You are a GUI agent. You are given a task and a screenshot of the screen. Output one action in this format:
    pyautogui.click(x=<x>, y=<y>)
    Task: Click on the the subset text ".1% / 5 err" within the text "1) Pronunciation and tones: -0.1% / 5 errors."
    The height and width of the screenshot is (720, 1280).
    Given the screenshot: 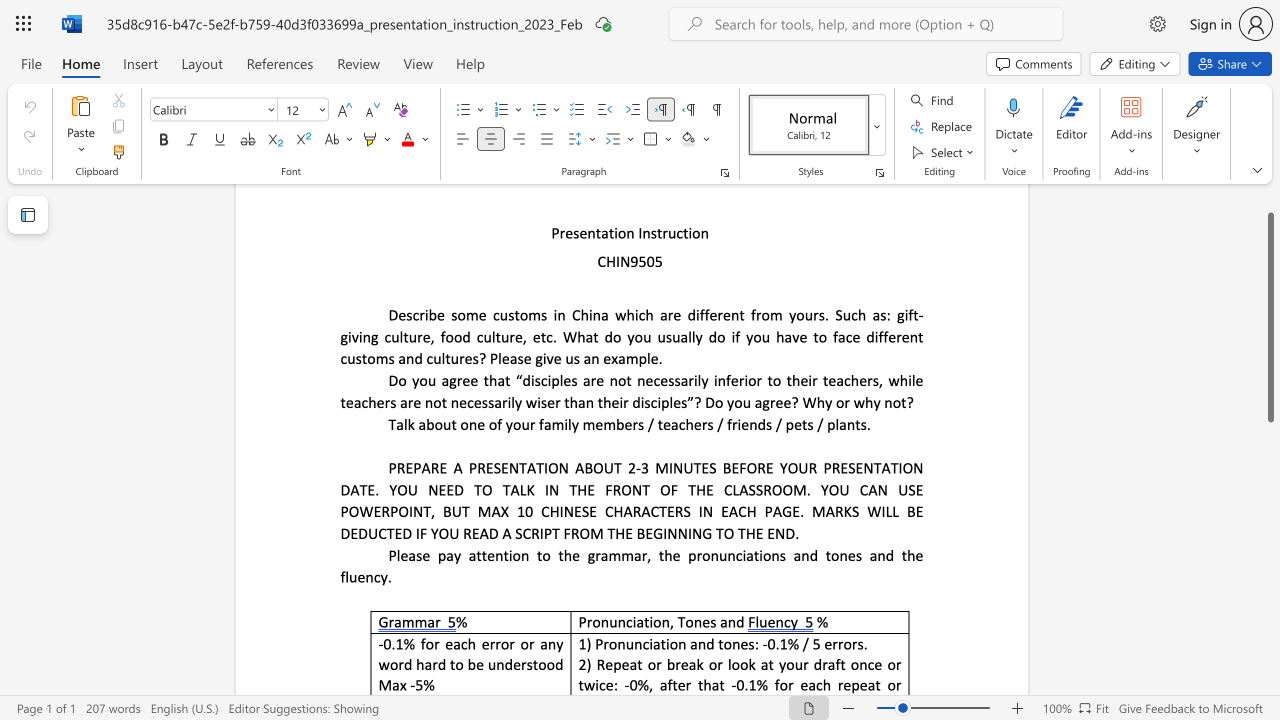 What is the action you would take?
    pyautogui.click(x=774, y=644)
    